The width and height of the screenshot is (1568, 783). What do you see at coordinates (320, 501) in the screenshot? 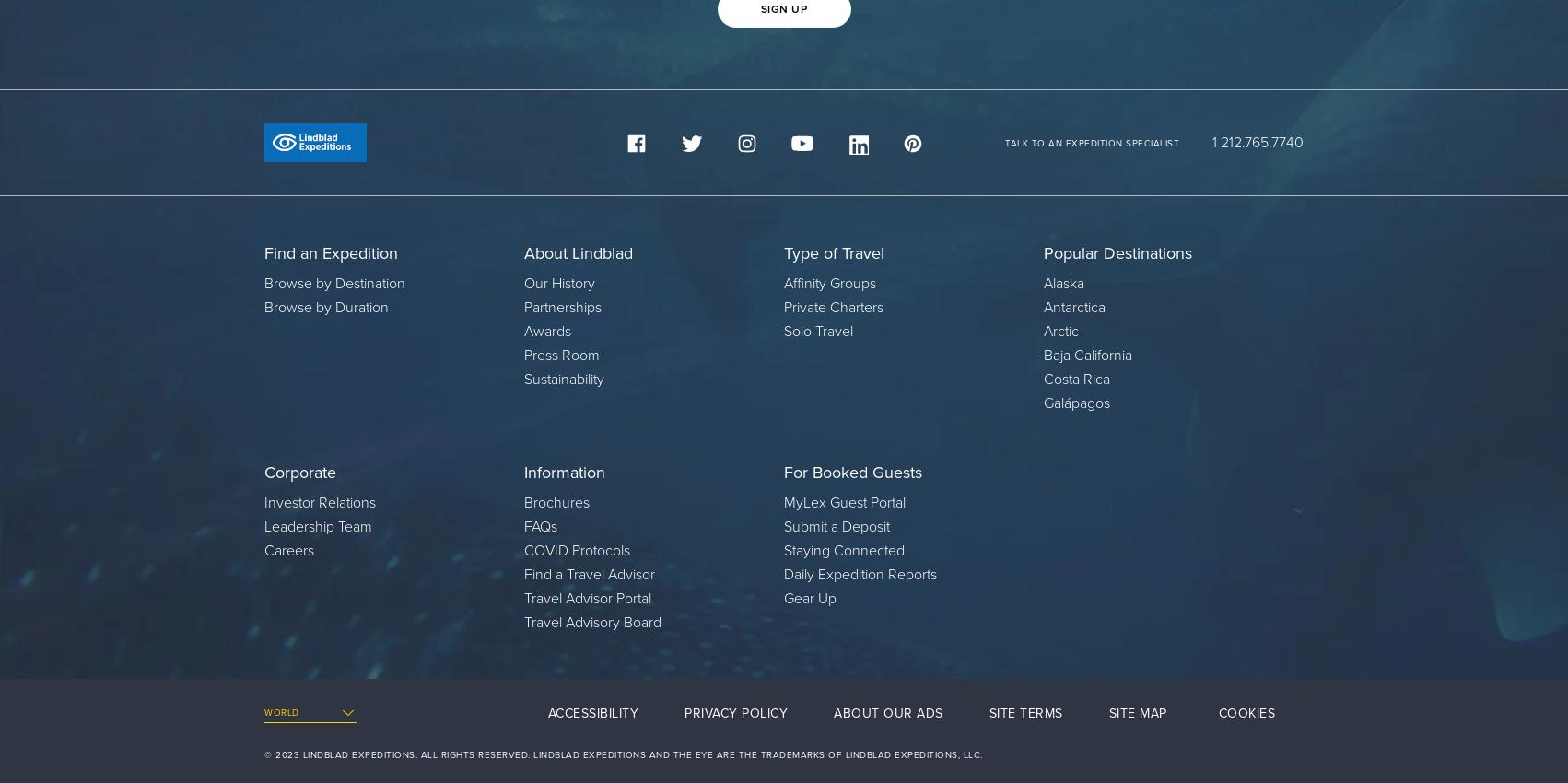
I see `'Investor Relations'` at bounding box center [320, 501].